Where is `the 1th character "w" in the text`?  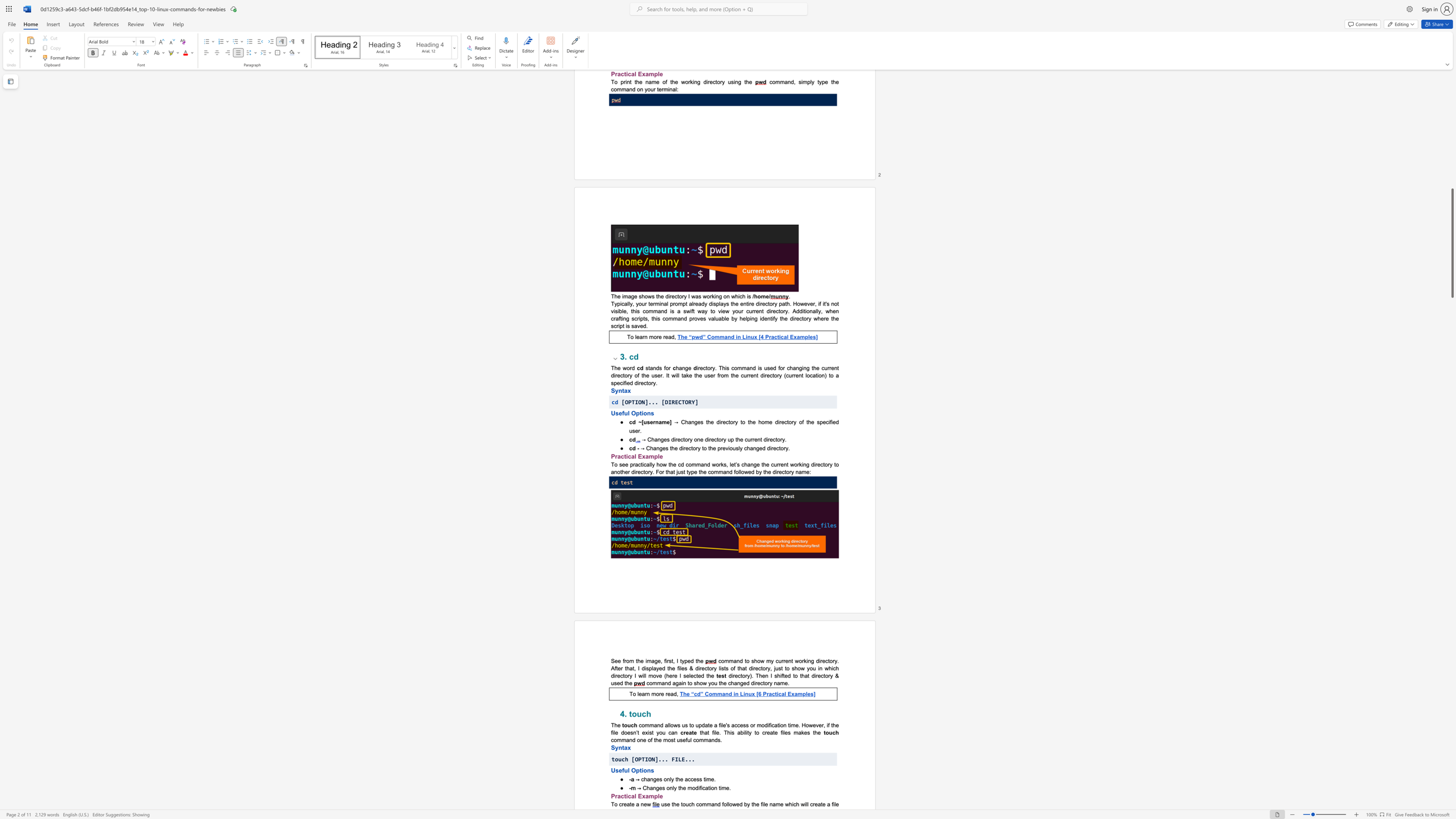
the 1th character "w" in the text is located at coordinates (664, 464).